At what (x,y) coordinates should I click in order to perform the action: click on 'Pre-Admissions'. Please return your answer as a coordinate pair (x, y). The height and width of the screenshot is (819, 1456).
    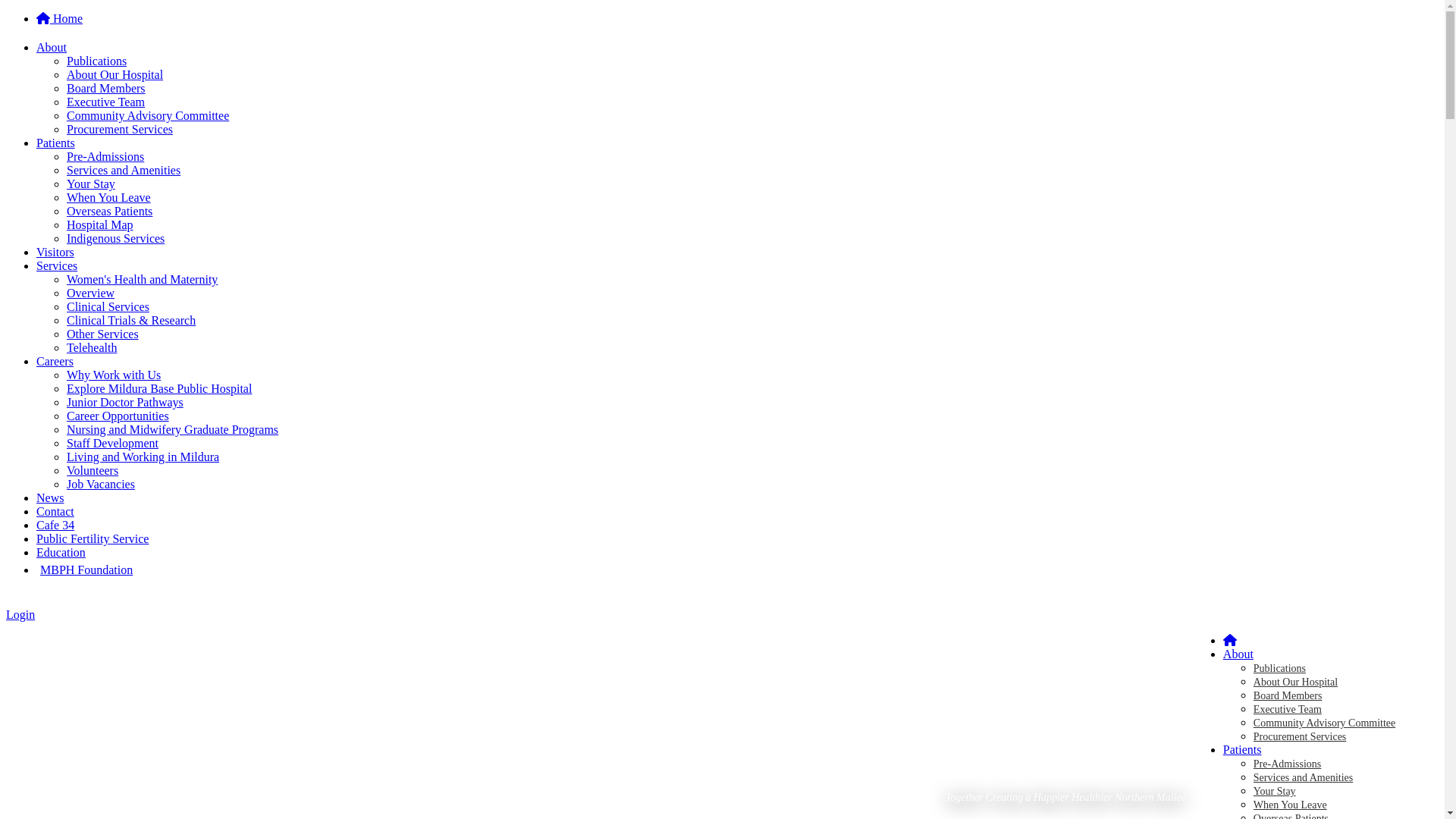
    Looking at the image, I should click on (65, 156).